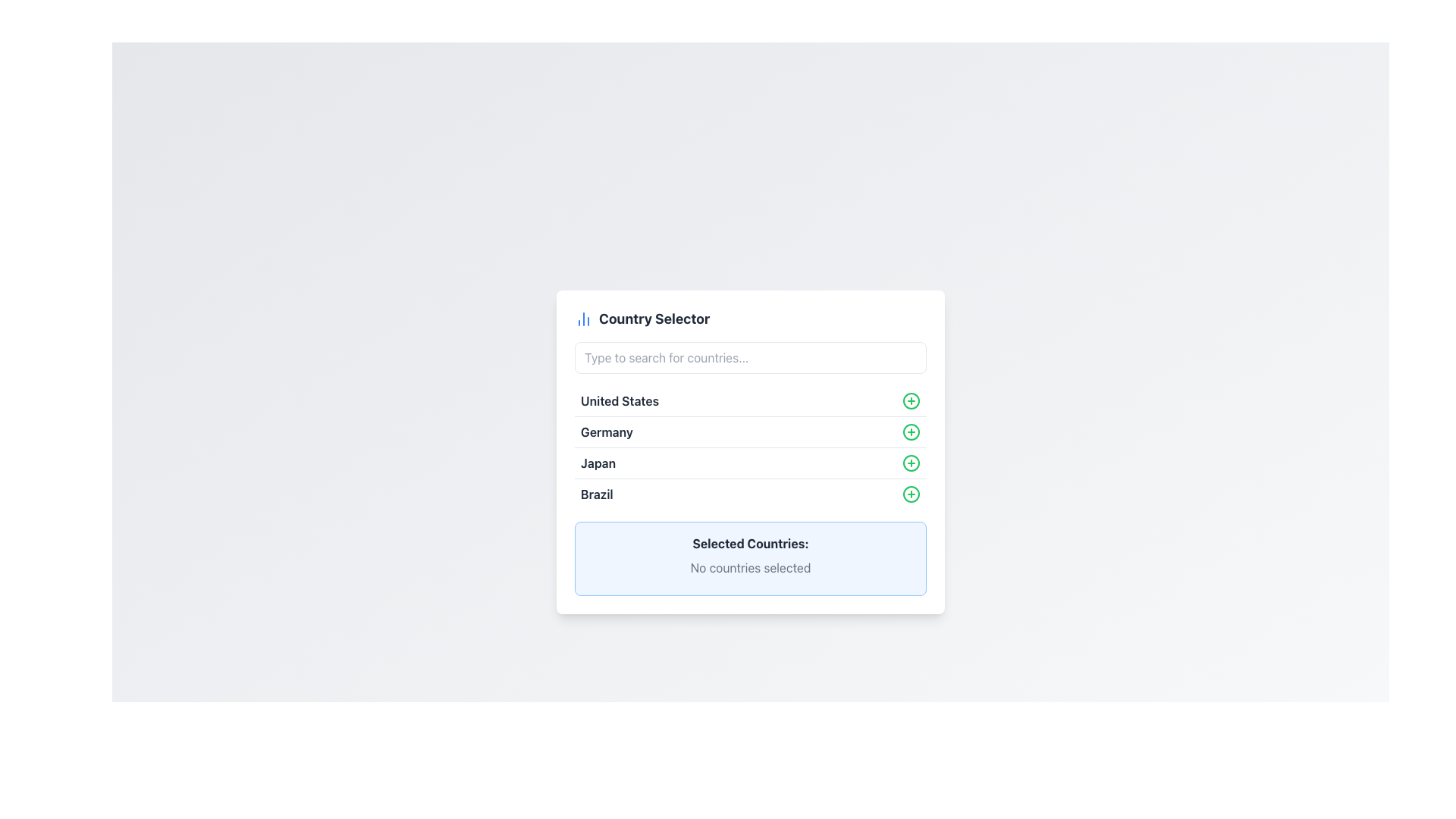 The height and width of the screenshot is (819, 1456). I want to click on the list item representing 'Brazil' in the country selector, so click(750, 494).